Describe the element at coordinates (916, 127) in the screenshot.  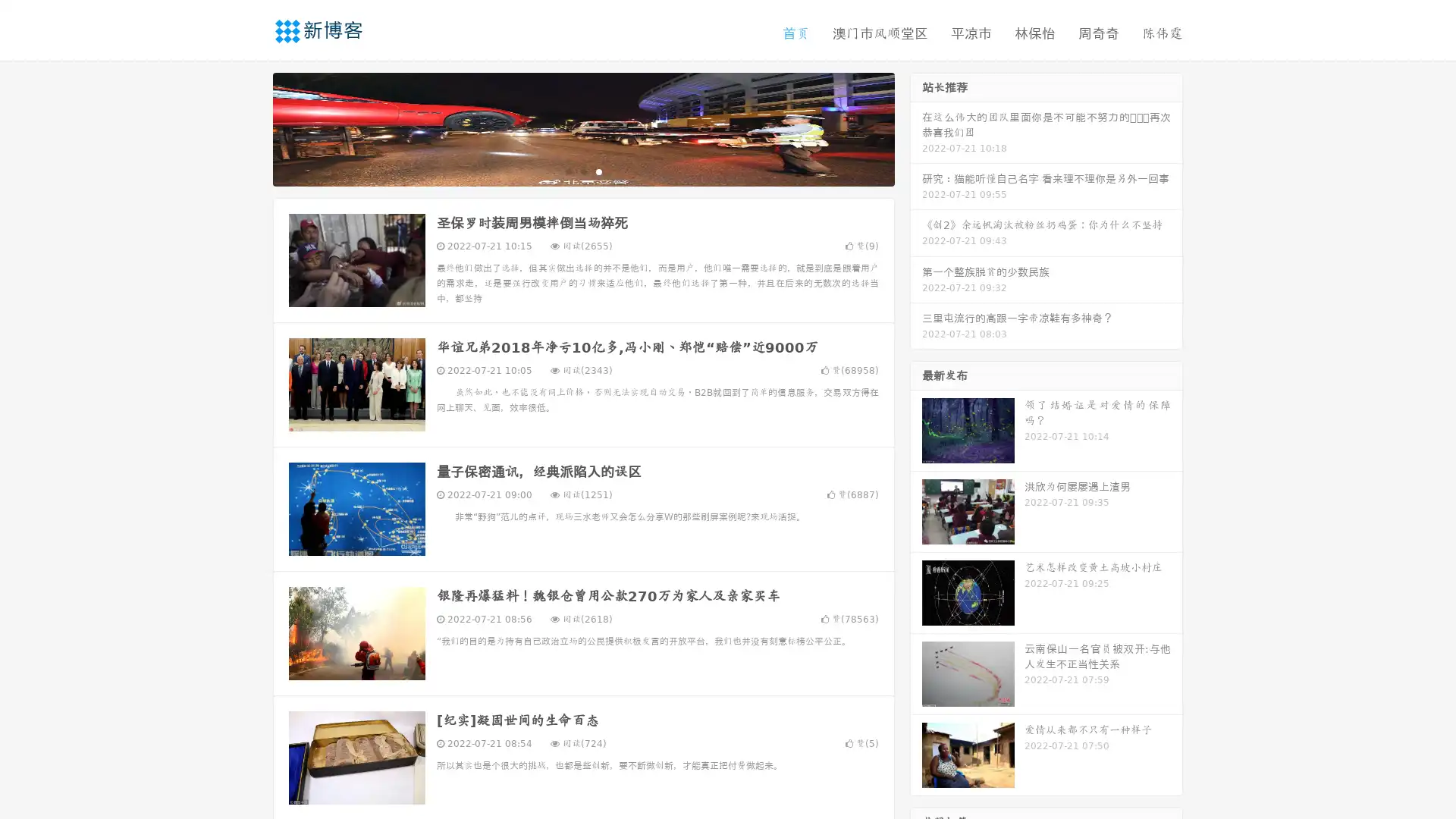
I see `Next slide` at that location.